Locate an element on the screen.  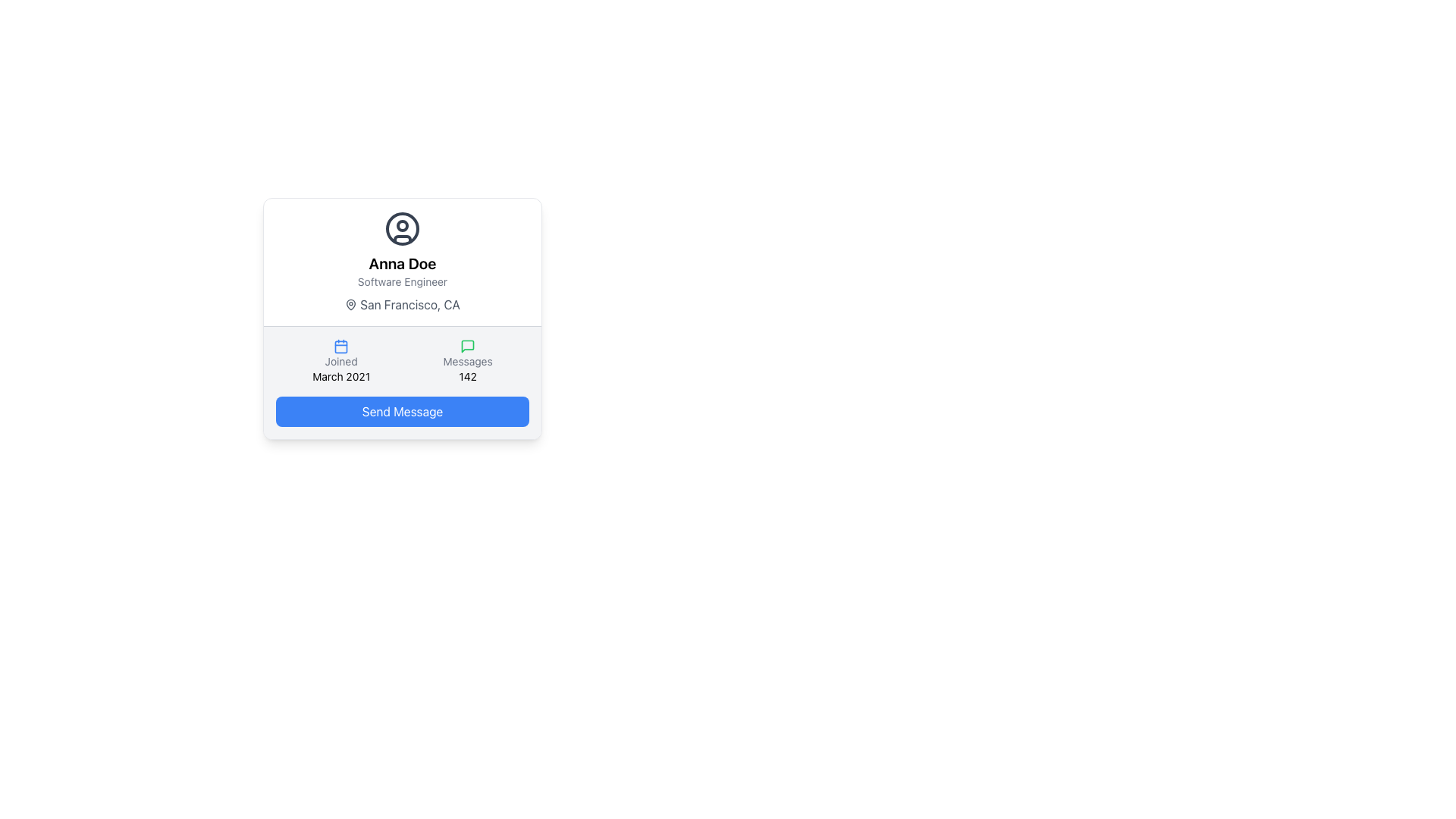
the messaging button located at the bottom of the profile card layout, centered horizontally, below the 'Joined' and 'Messages' sections for keyboard interaction is located at coordinates (403, 412).